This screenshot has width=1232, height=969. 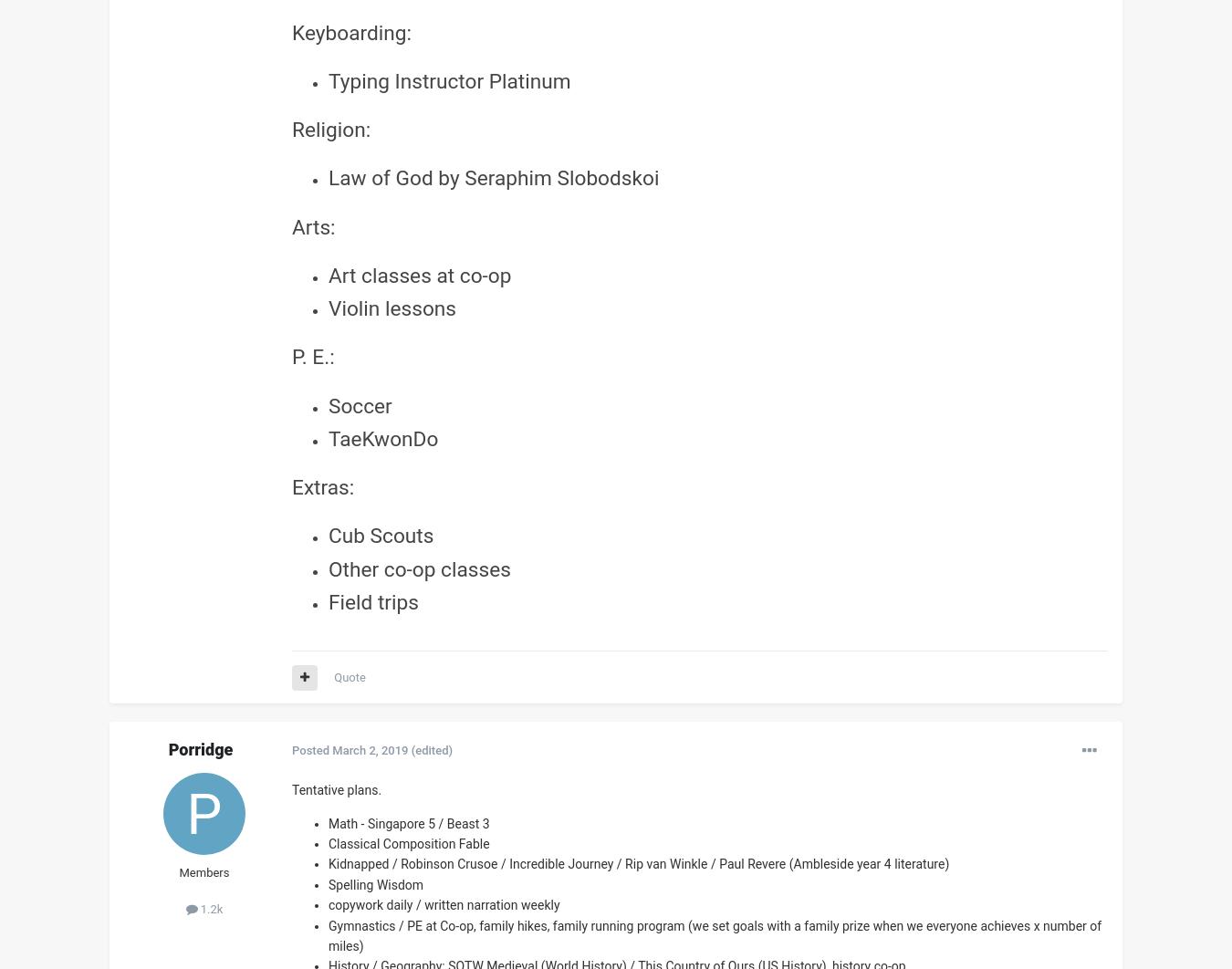 I want to click on 'Art classes at co-op', so click(x=418, y=274).